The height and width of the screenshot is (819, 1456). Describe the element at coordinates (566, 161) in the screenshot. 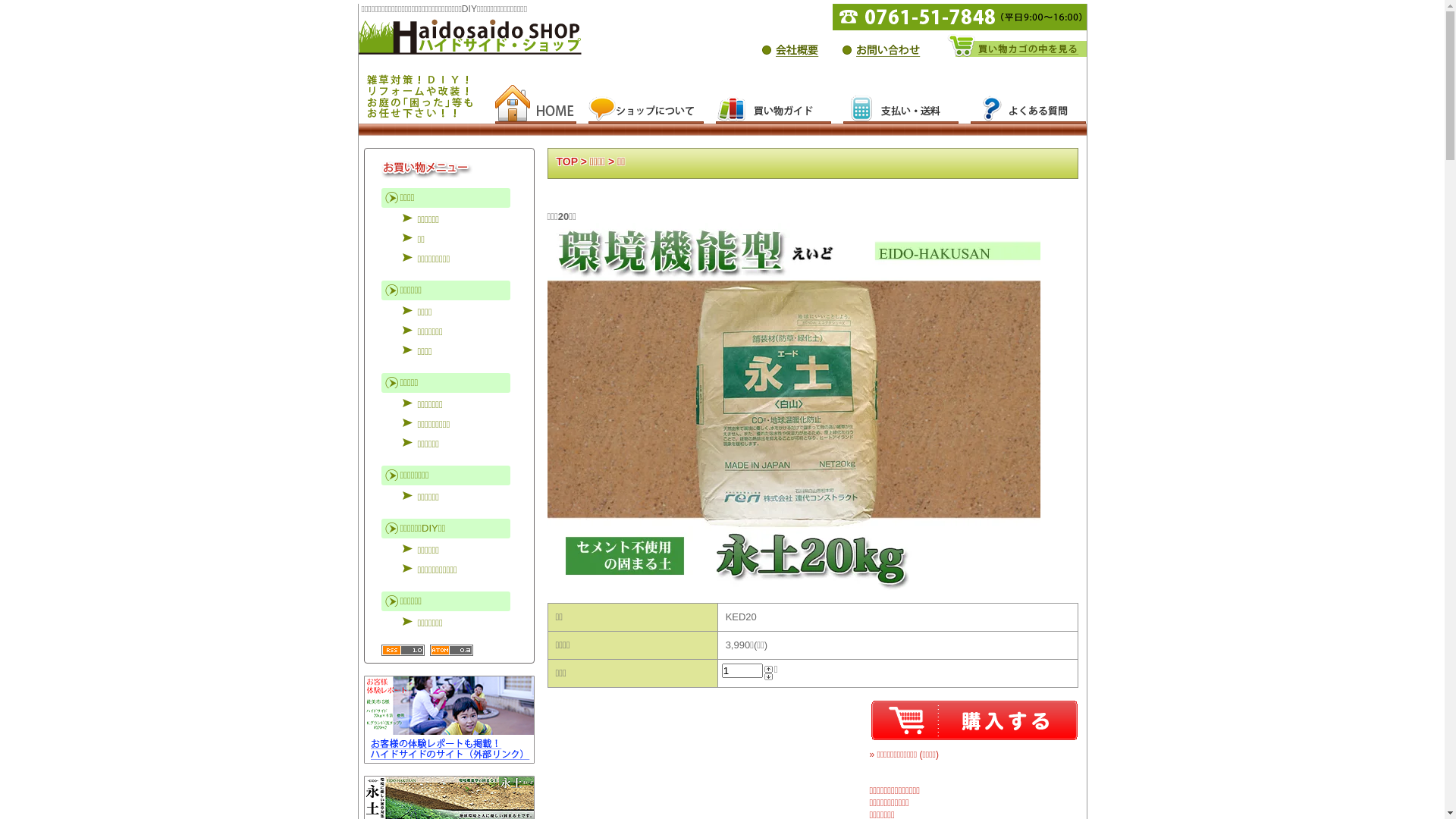

I see `'TOP'` at that location.